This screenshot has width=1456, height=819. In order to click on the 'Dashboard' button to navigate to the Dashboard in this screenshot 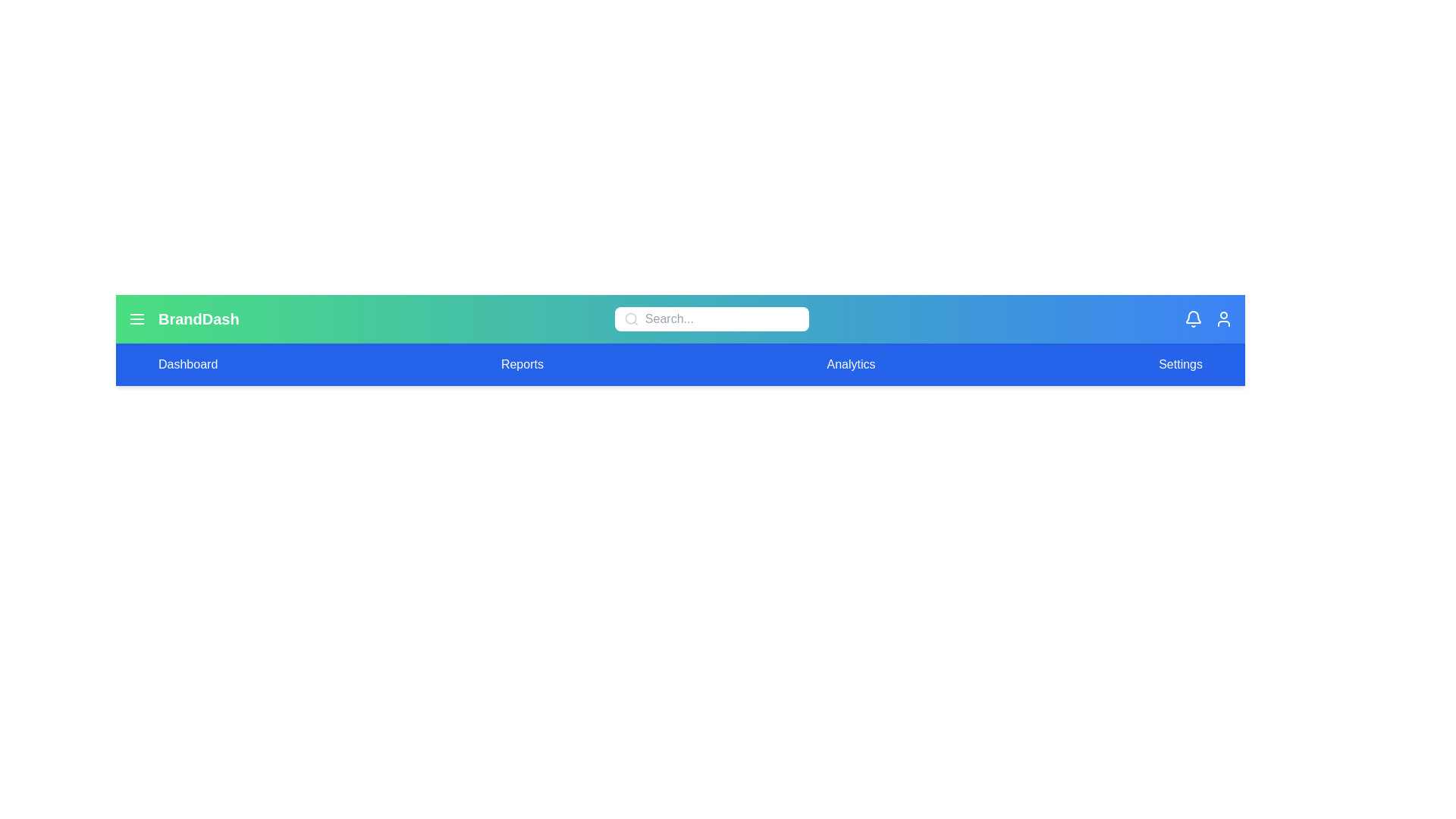, I will do `click(187, 365)`.